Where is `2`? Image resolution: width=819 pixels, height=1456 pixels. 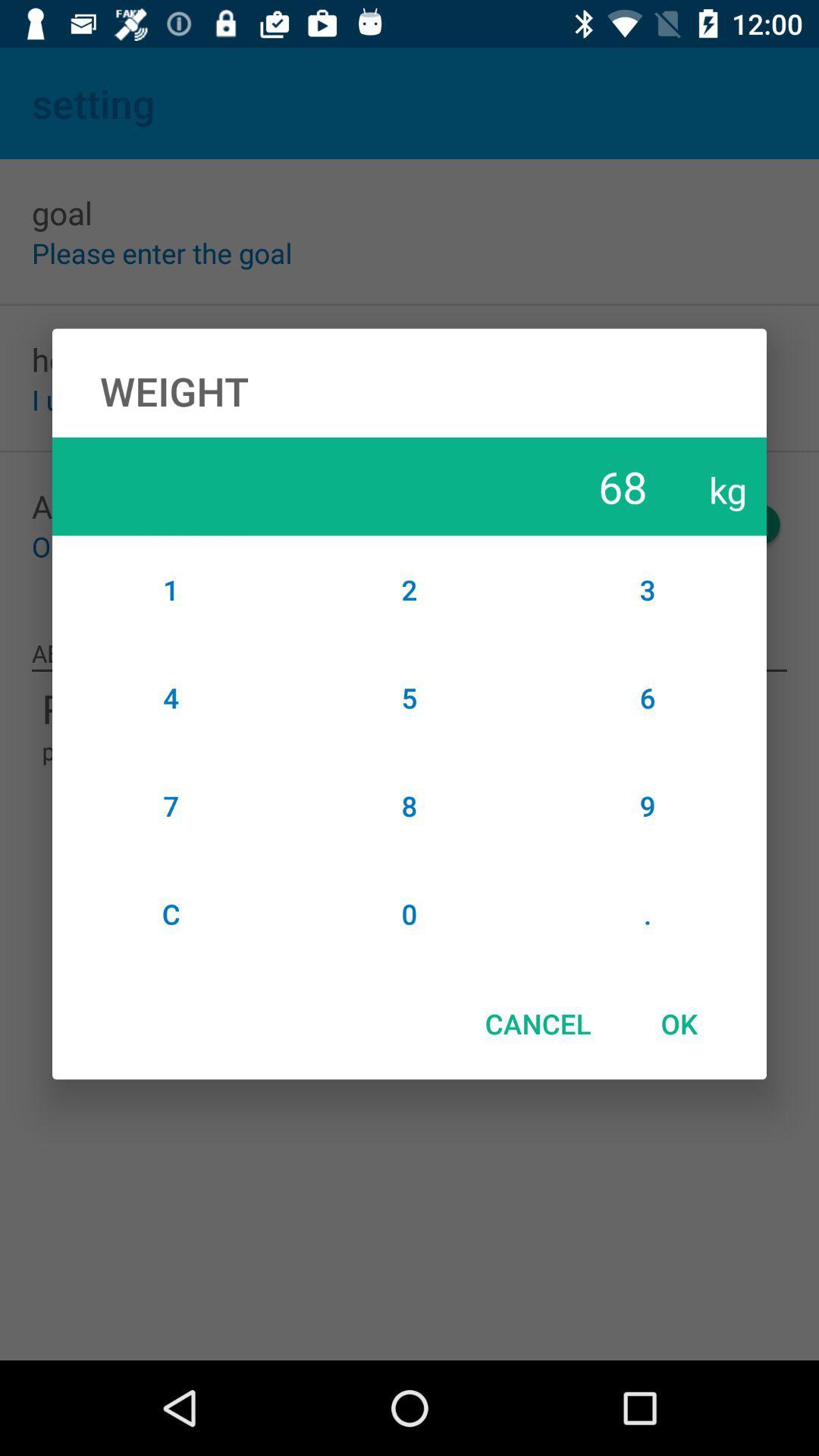
2 is located at coordinates (409, 588).